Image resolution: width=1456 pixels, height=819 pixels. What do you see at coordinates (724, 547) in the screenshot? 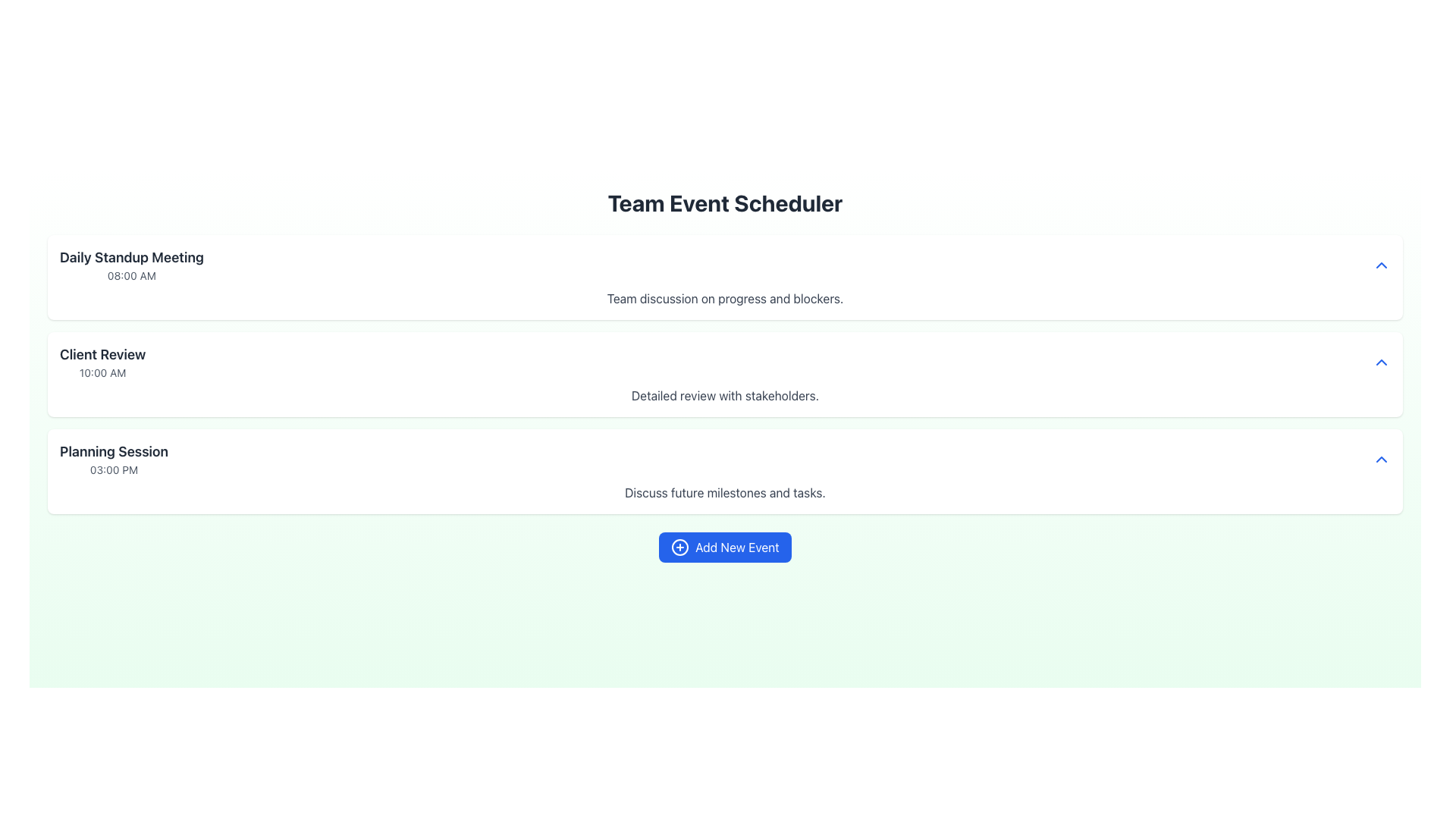
I see `the interactive button that allows users to create or schedule a new event in the team event scheduler` at bounding box center [724, 547].